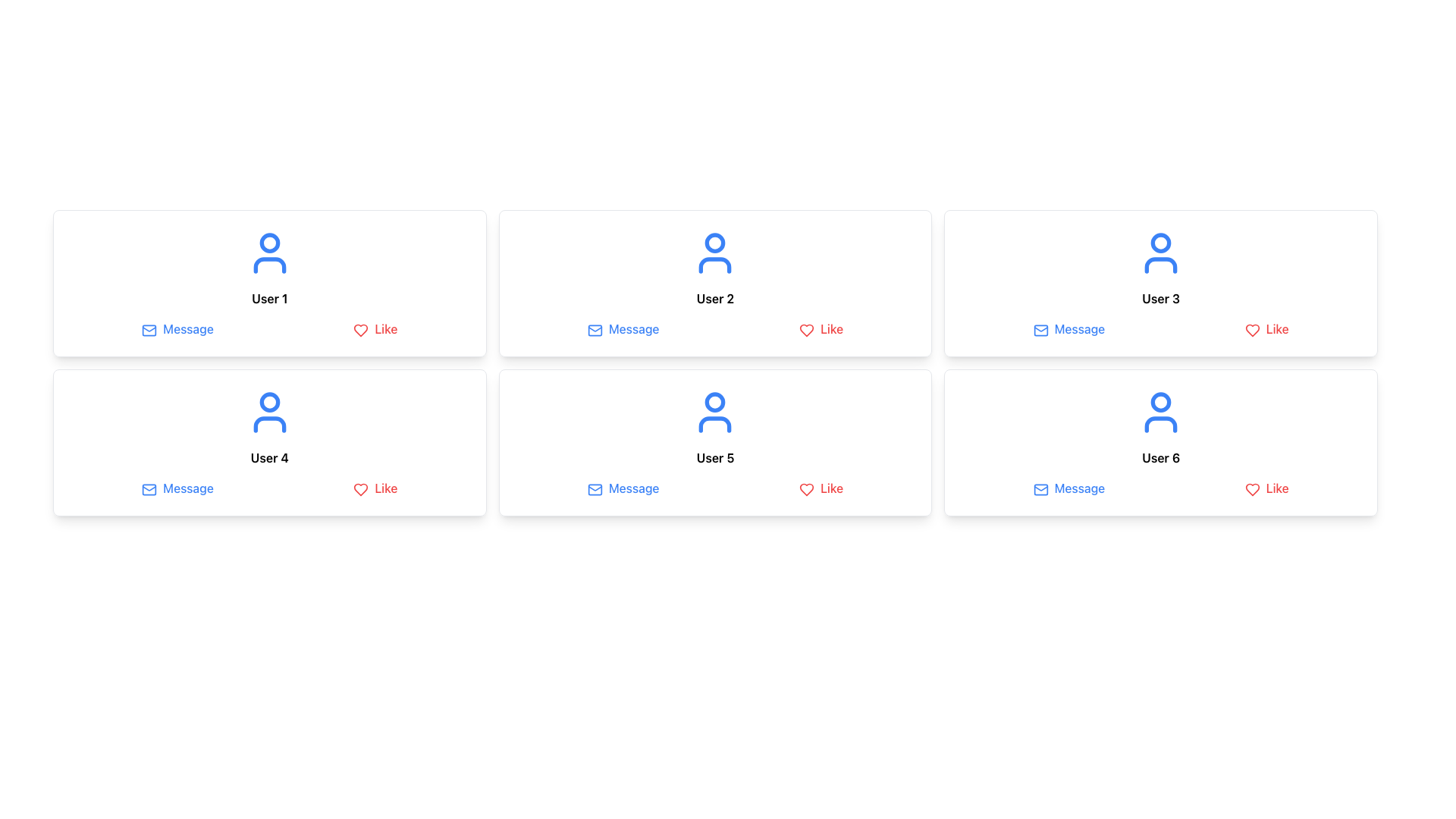  What do you see at coordinates (375, 488) in the screenshot?
I see `the 'Like' button, which features a red heart icon and the text 'Like' in red, located in the bottom-right corner of User 4's profile card` at bounding box center [375, 488].